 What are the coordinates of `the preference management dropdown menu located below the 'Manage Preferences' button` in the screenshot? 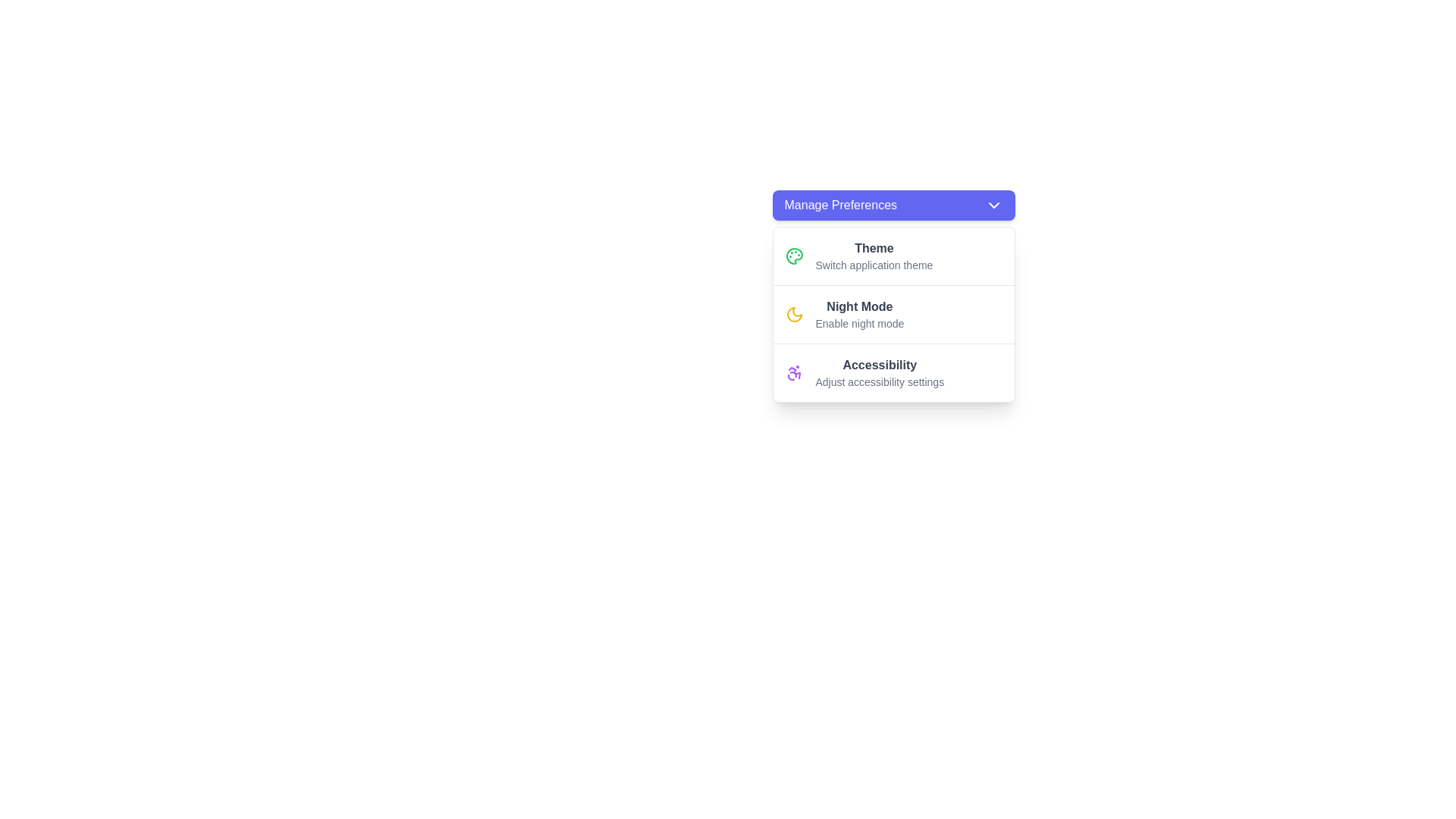 It's located at (893, 314).